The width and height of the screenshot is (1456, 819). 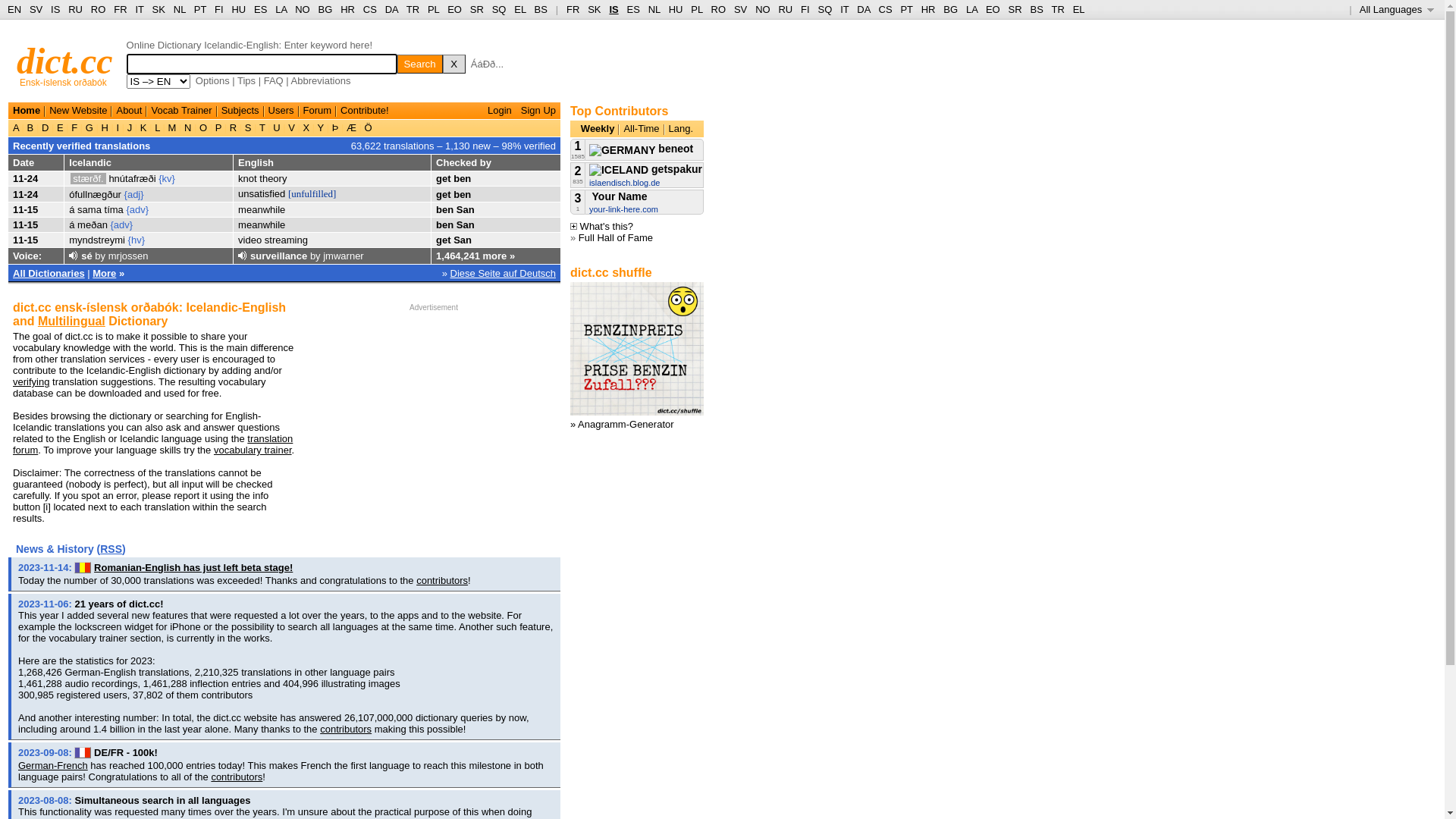 What do you see at coordinates (475, 9) in the screenshot?
I see `'SR'` at bounding box center [475, 9].